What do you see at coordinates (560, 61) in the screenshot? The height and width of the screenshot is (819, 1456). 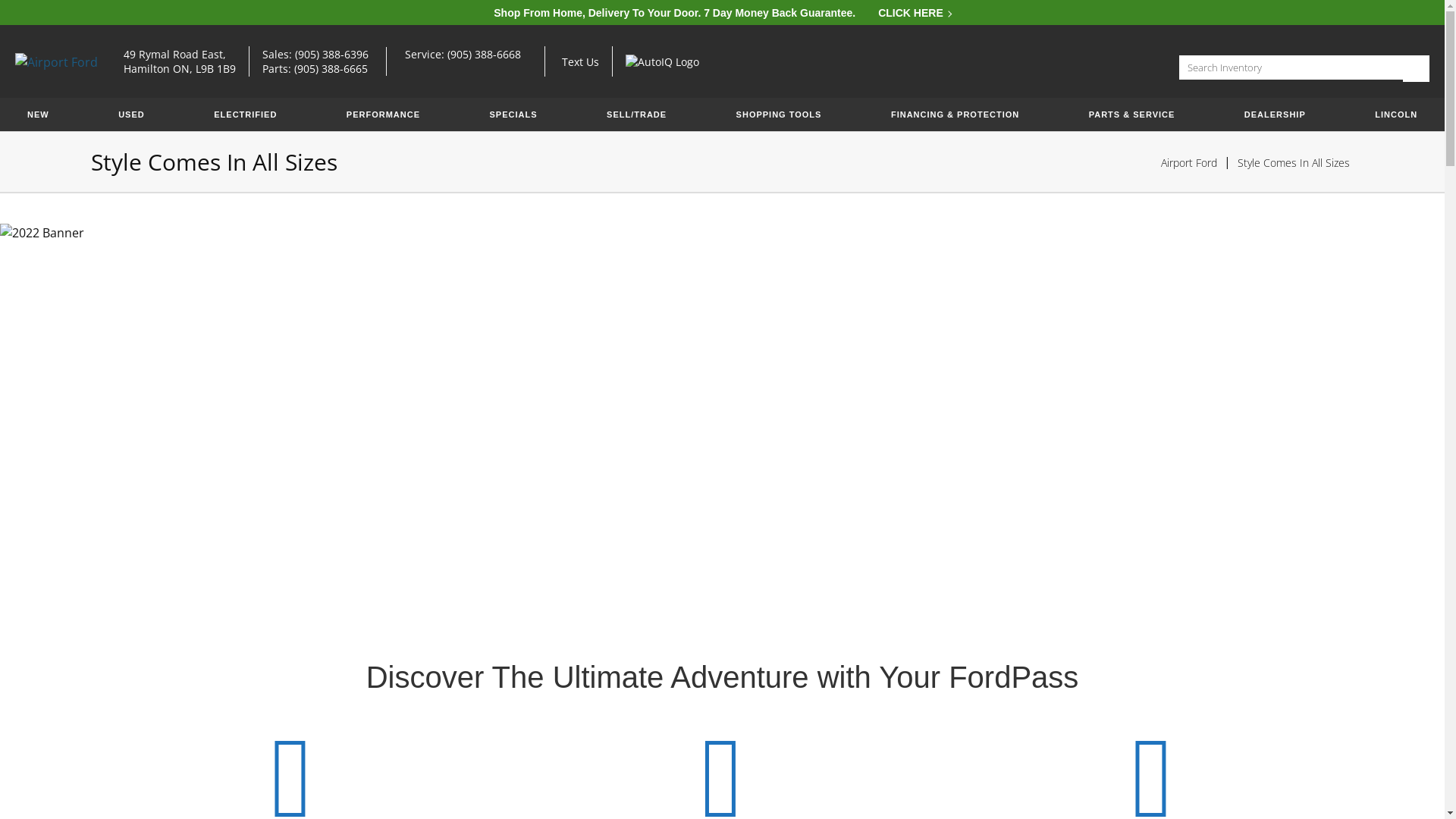 I see `'Text Us'` at bounding box center [560, 61].